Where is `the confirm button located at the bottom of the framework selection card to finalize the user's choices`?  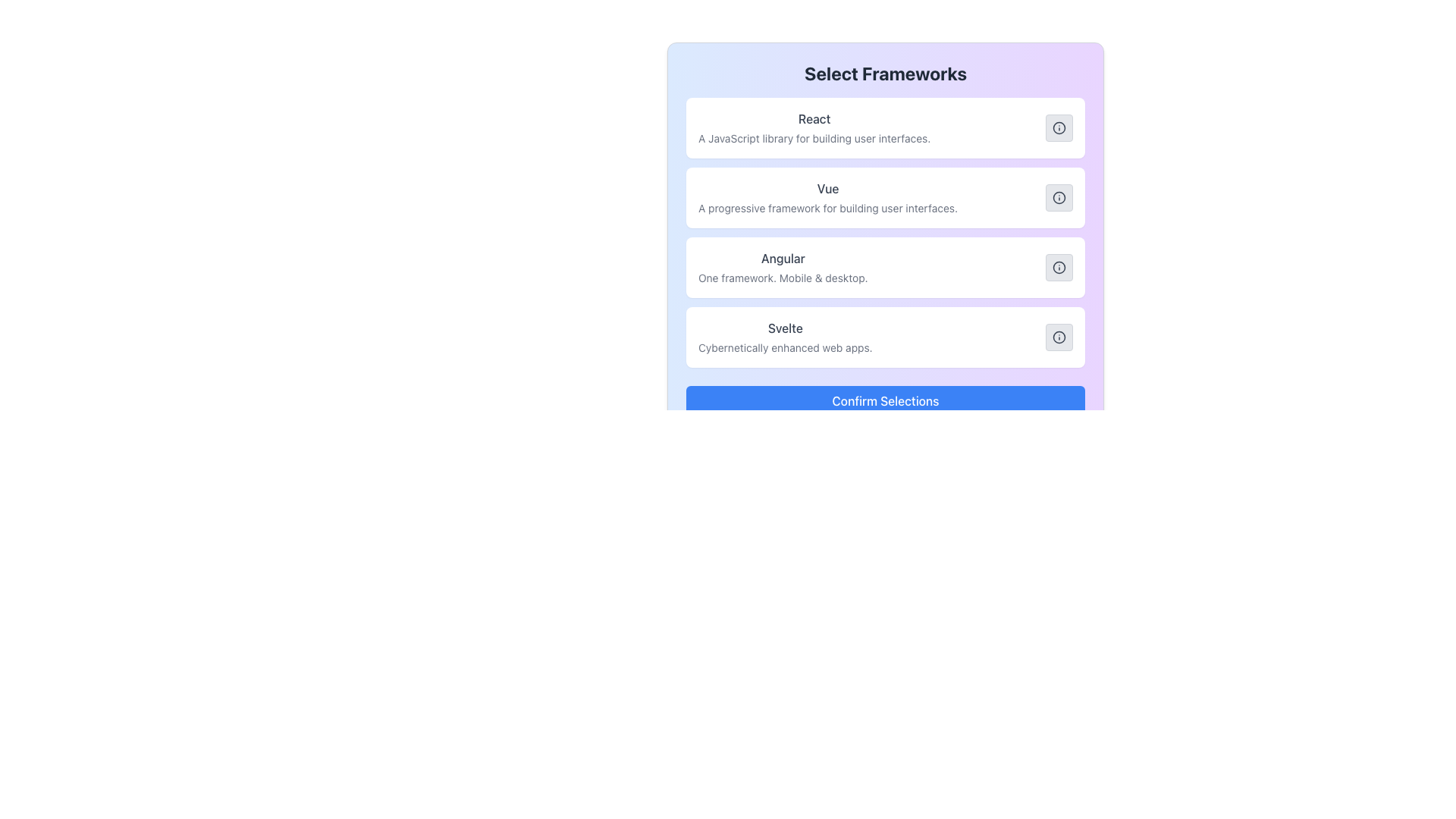
the confirm button located at the bottom of the framework selection card to finalize the user's choices is located at coordinates (885, 400).